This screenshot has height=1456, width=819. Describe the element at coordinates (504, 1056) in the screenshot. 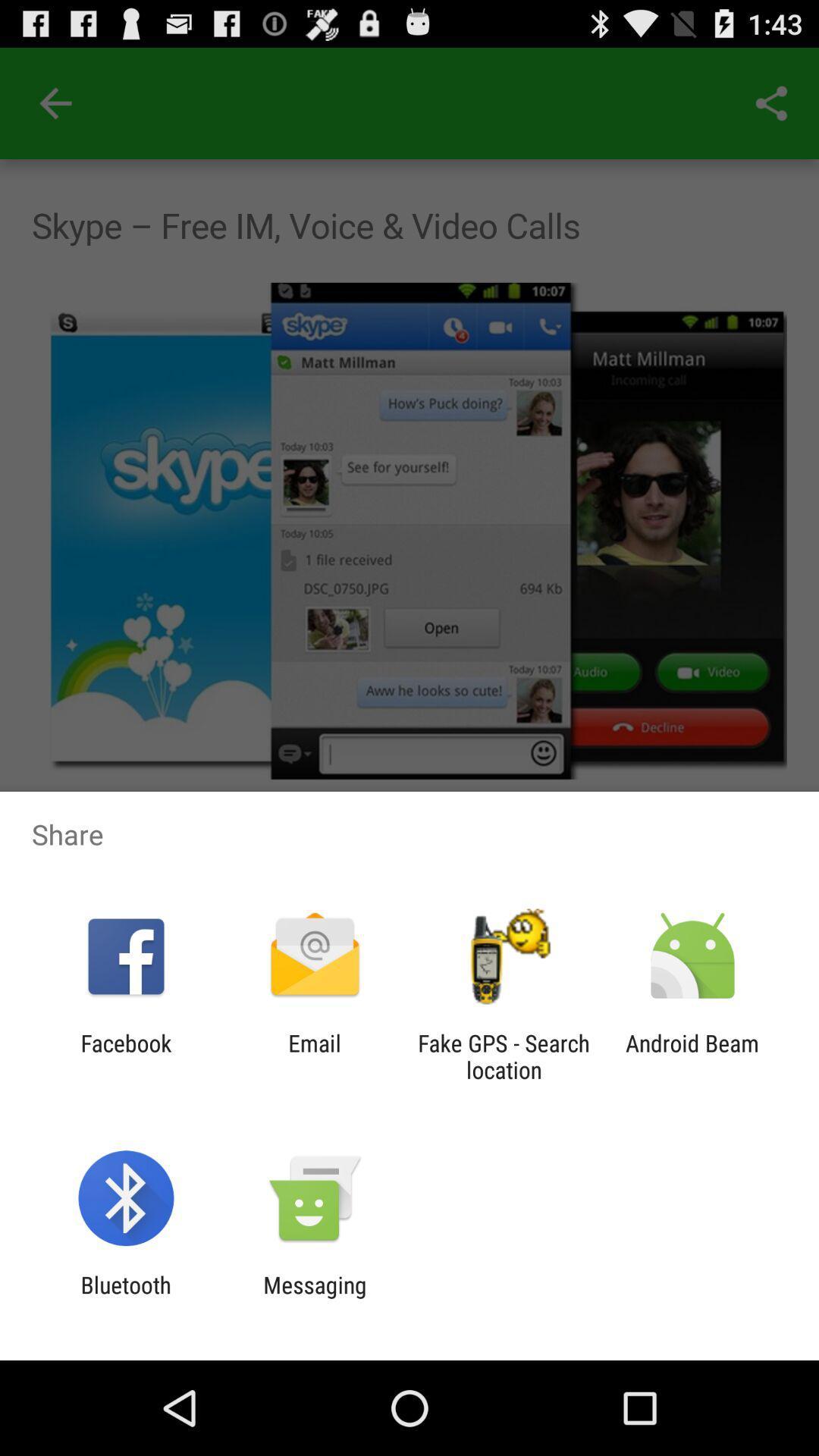

I see `the icon to the left of android beam app` at that location.